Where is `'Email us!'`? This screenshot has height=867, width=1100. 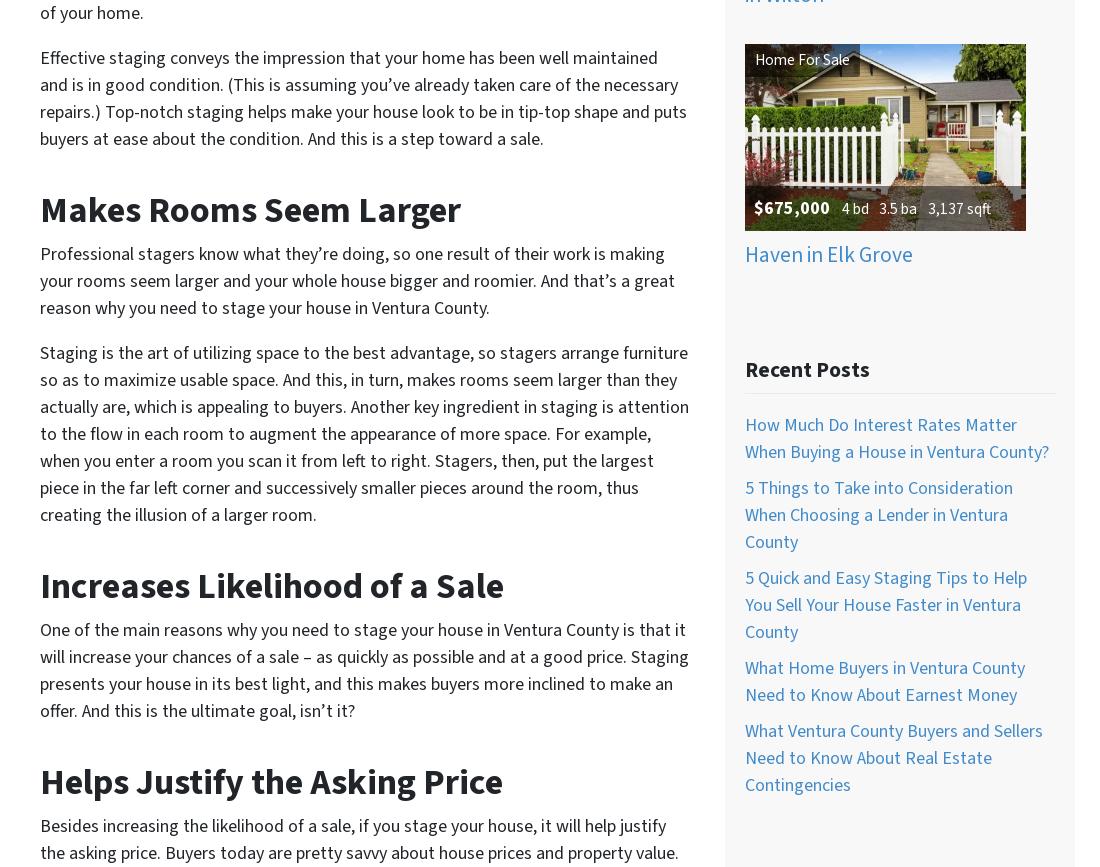
'Email us!' is located at coordinates (600, 49).